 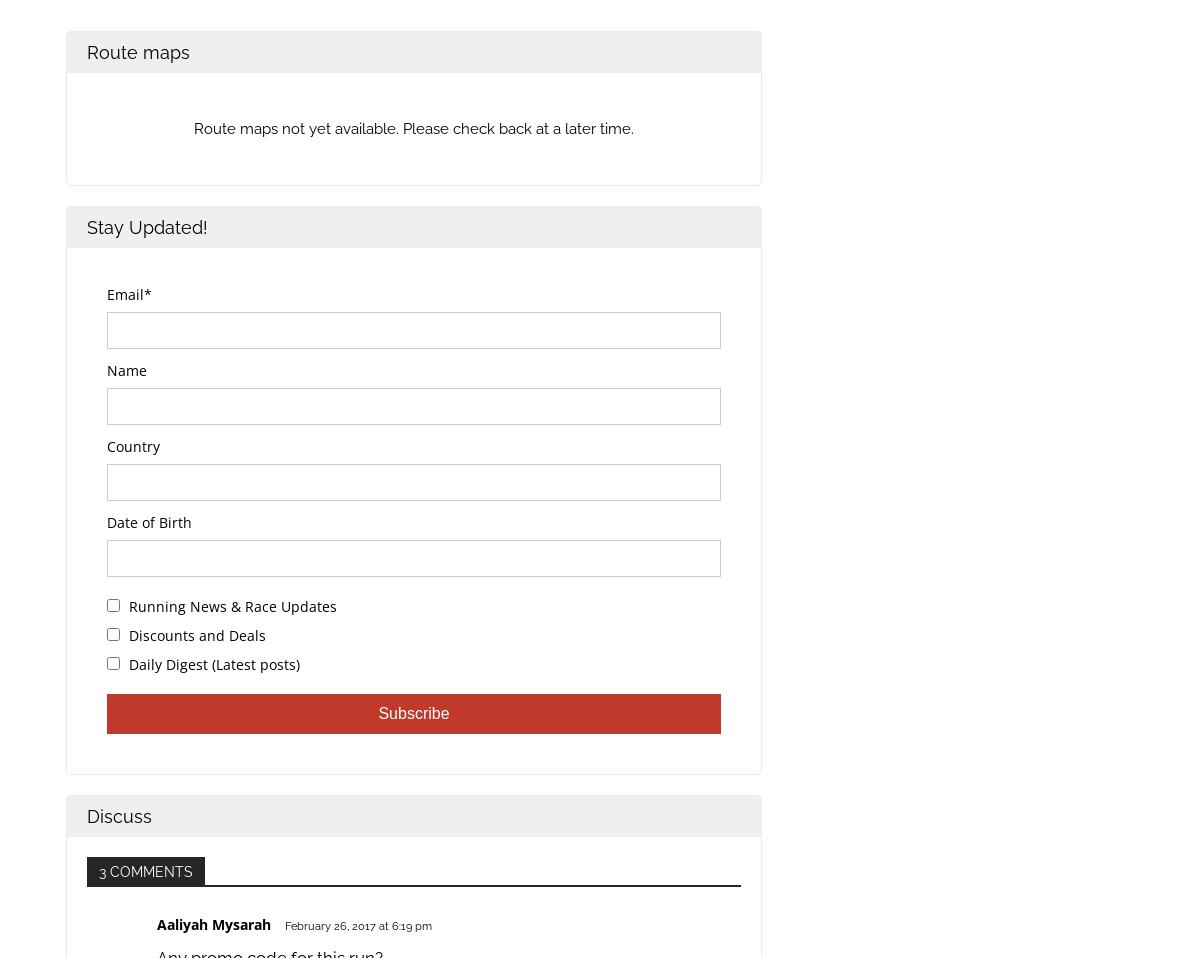 I want to click on 'Aaliyah Mysarah', so click(x=155, y=924).